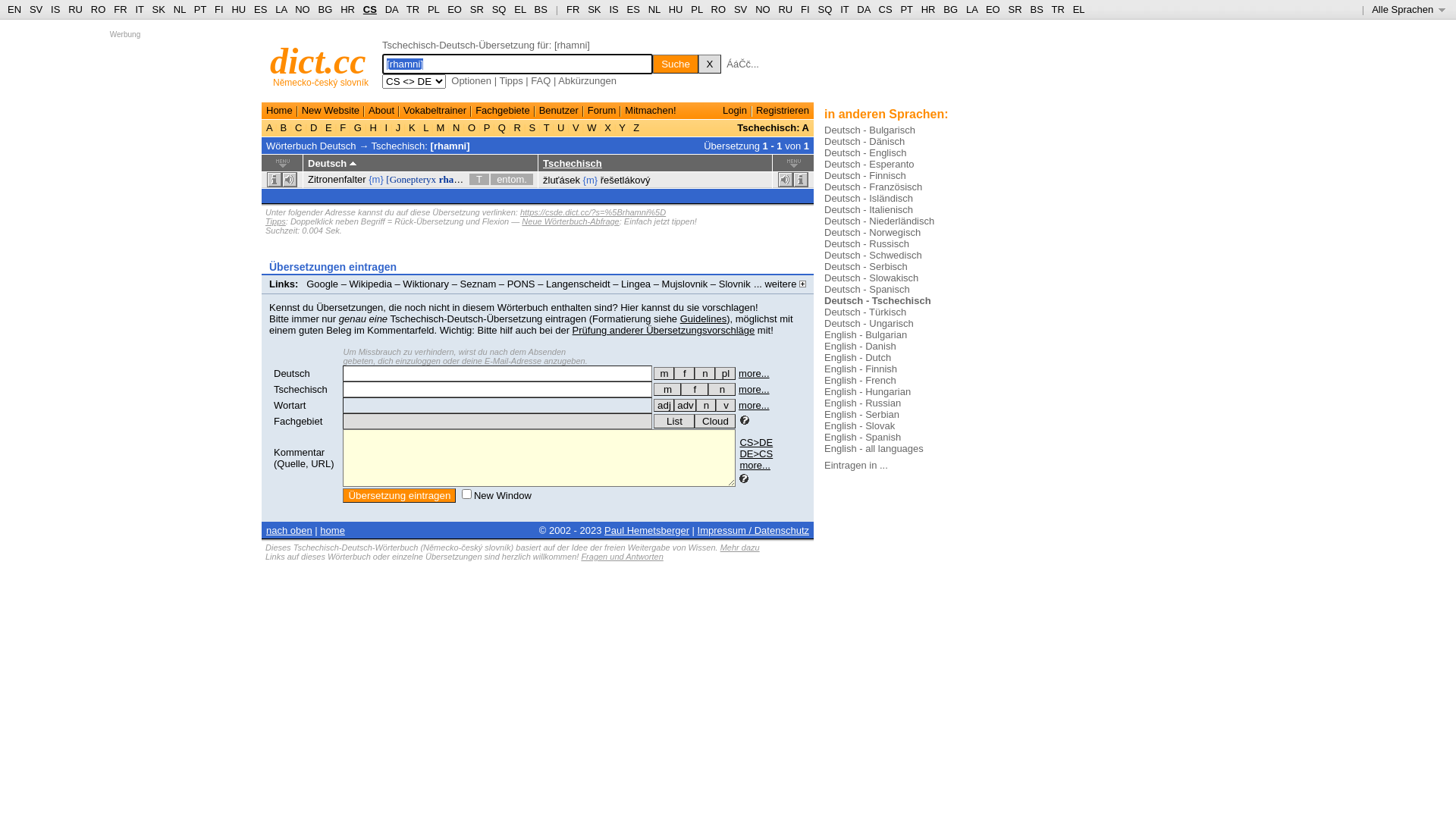 Image resolution: width=1456 pixels, height=819 pixels. What do you see at coordinates (780, 284) in the screenshot?
I see `'... weitere'` at bounding box center [780, 284].